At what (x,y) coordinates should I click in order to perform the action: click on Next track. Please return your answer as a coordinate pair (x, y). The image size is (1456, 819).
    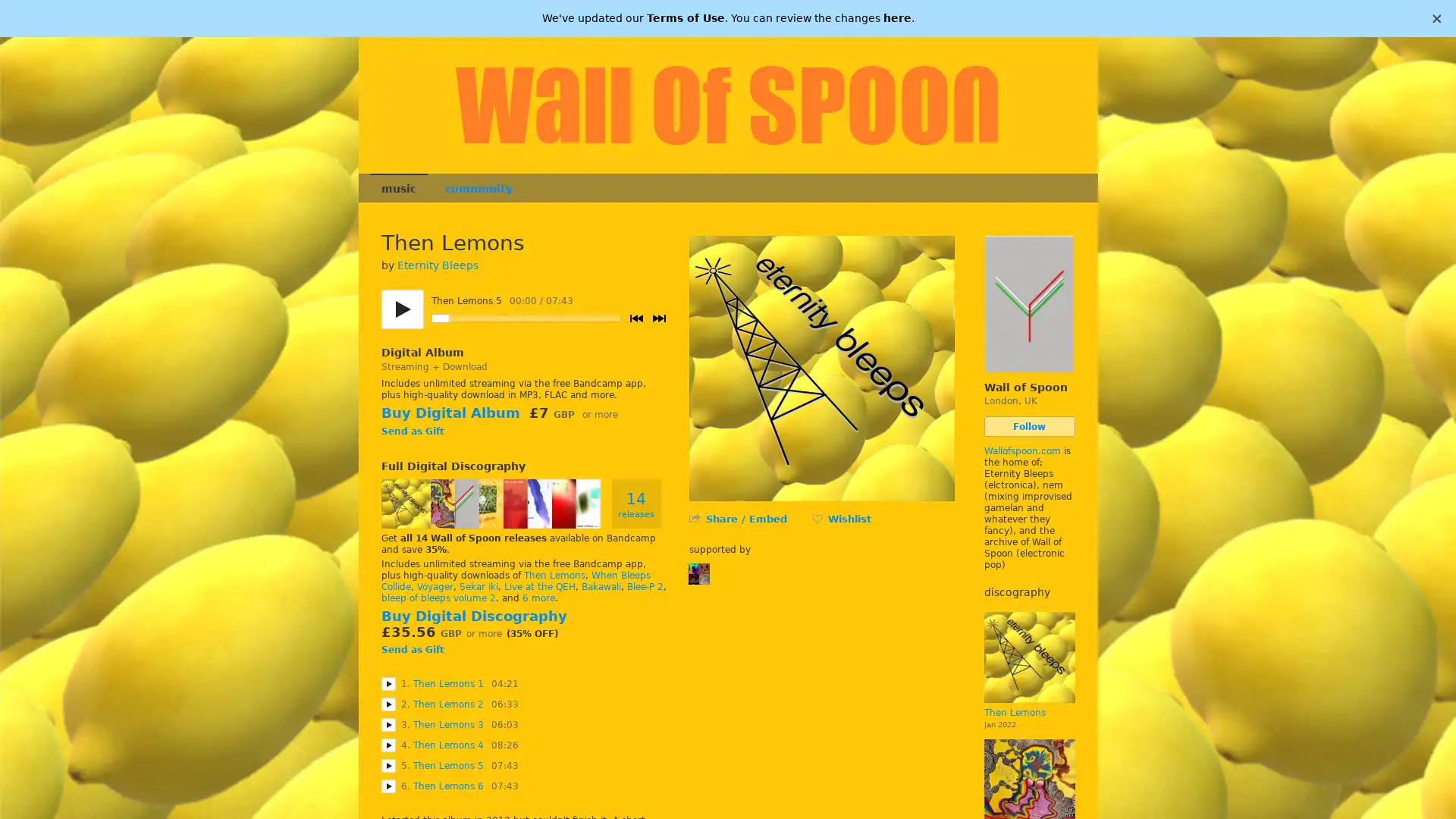
    Looking at the image, I should click on (658, 318).